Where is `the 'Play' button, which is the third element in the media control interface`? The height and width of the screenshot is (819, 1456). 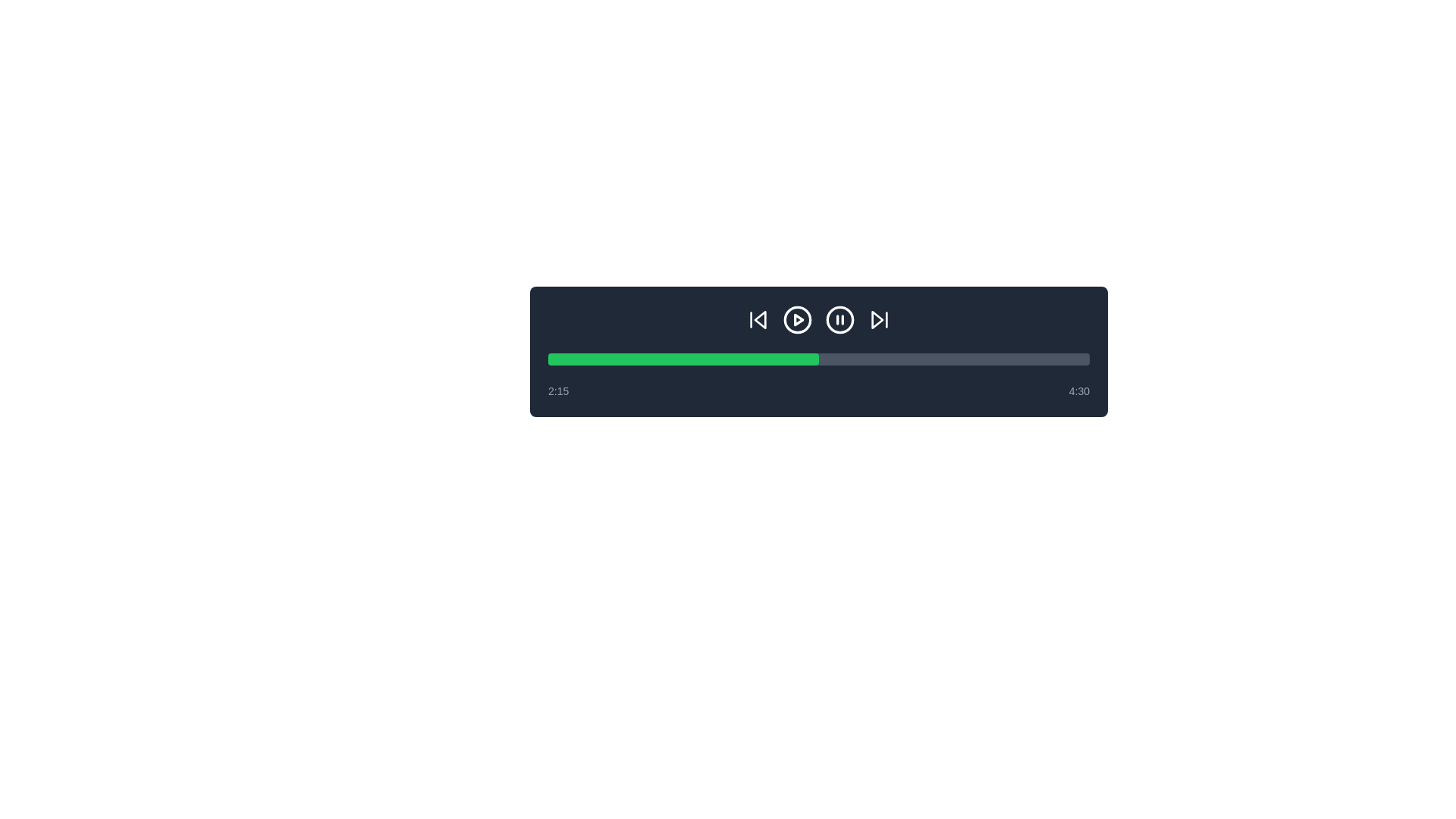
the 'Play' button, which is the third element in the media control interface is located at coordinates (796, 318).